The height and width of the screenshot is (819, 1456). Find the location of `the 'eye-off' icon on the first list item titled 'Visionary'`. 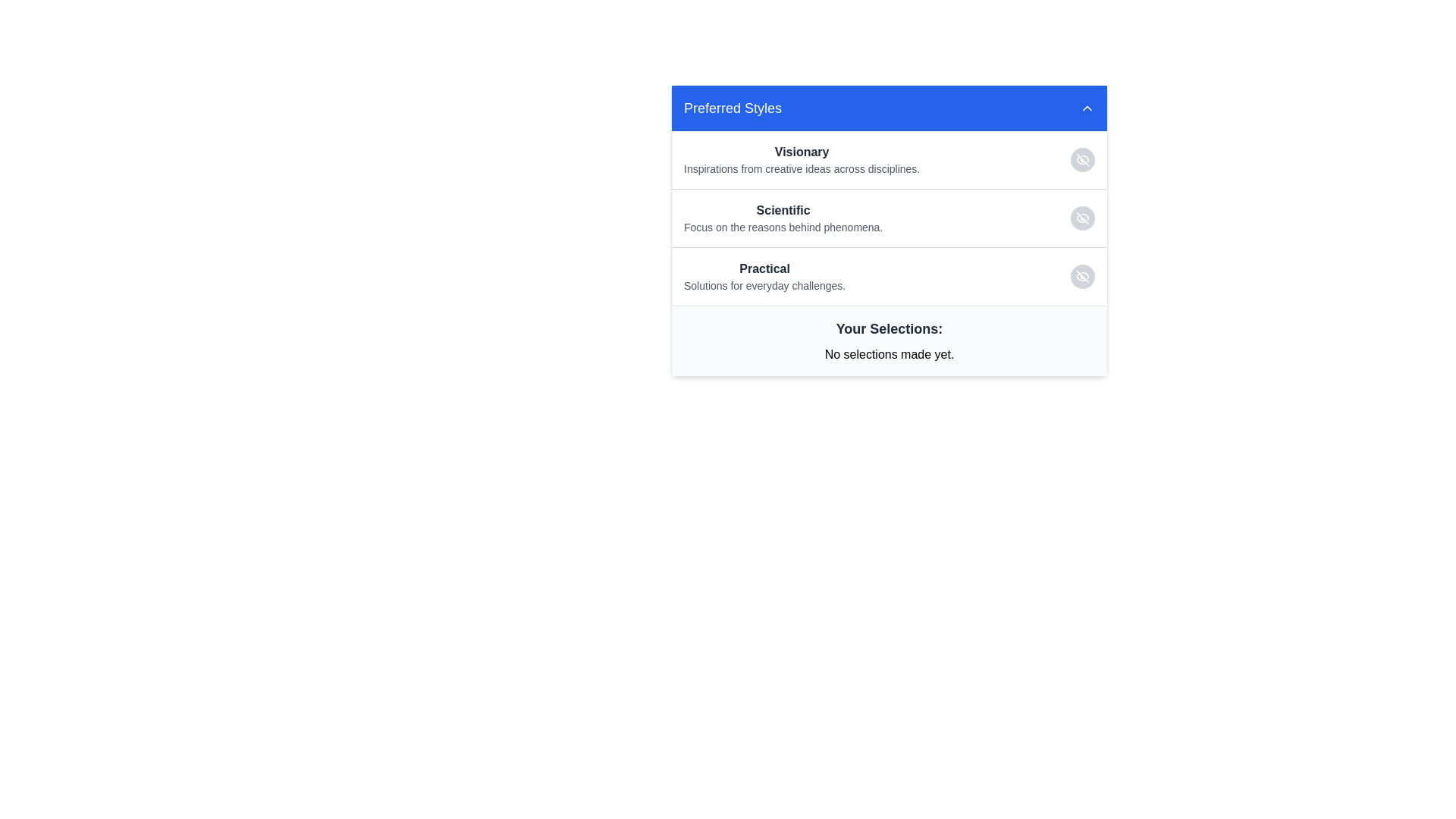

the 'eye-off' icon on the first list item titled 'Visionary' is located at coordinates (889, 160).